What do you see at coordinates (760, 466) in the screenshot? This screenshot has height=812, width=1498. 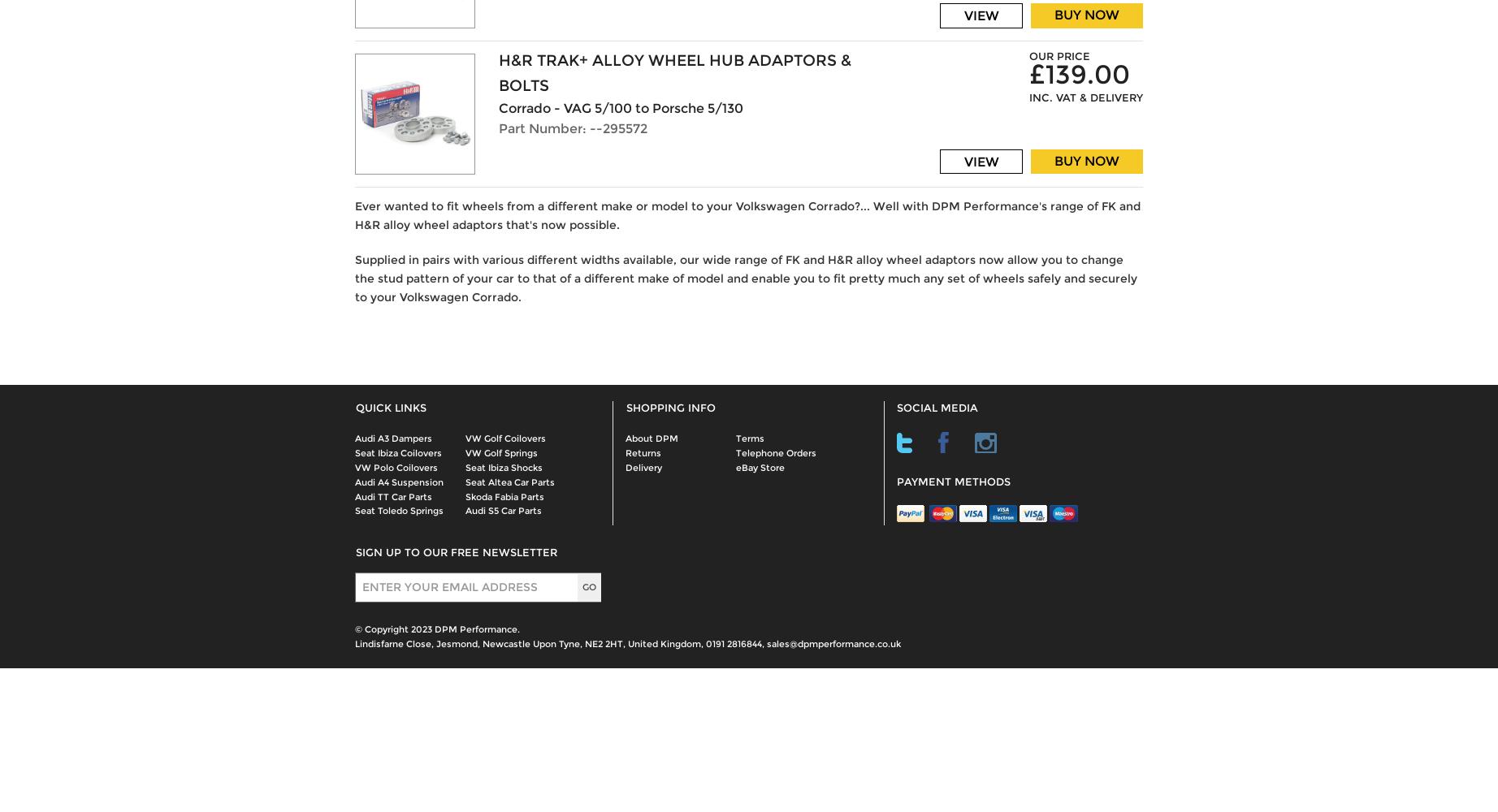 I see `'eBay Store'` at bounding box center [760, 466].